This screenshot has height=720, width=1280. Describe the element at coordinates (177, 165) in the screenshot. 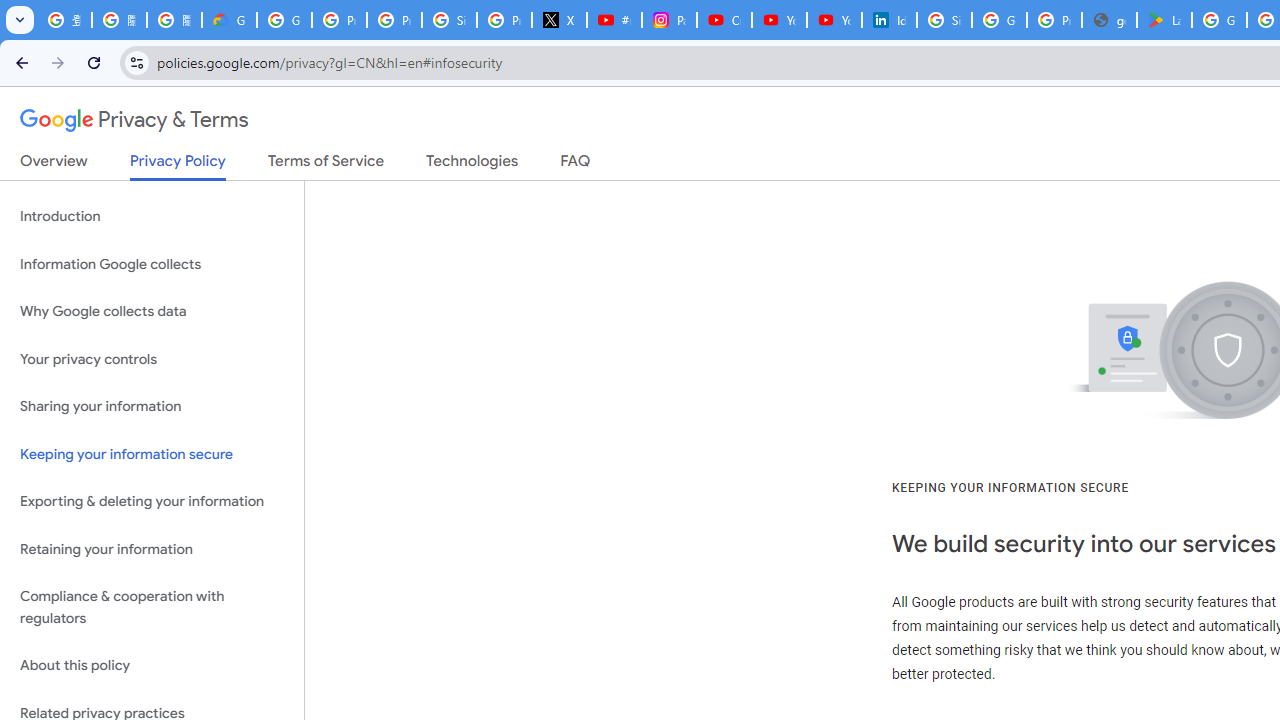

I see `'Privacy Policy'` at that location.